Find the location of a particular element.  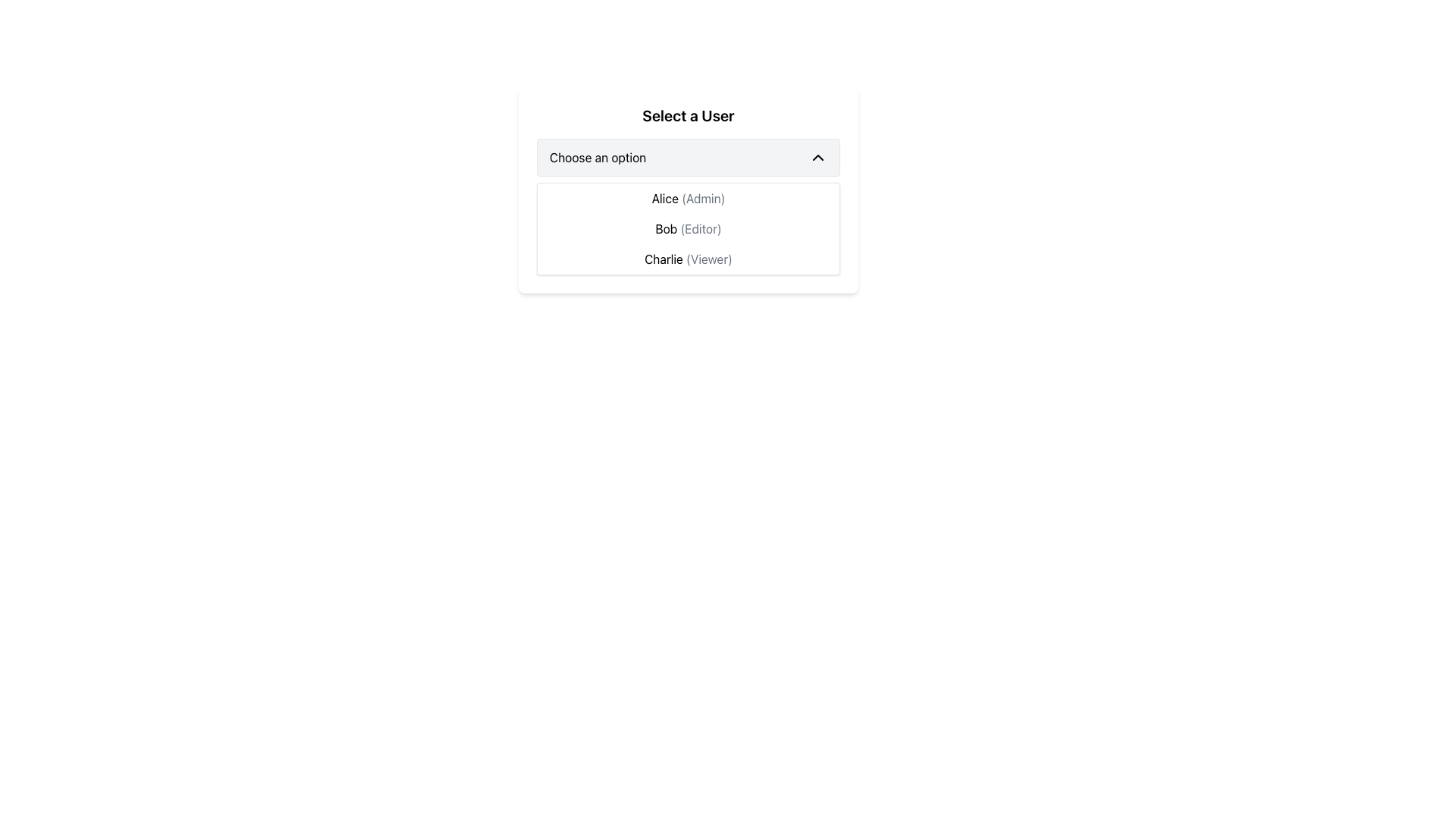

on the list item displaying 'Bob (Editor)' is located at coordinates (687, 228).